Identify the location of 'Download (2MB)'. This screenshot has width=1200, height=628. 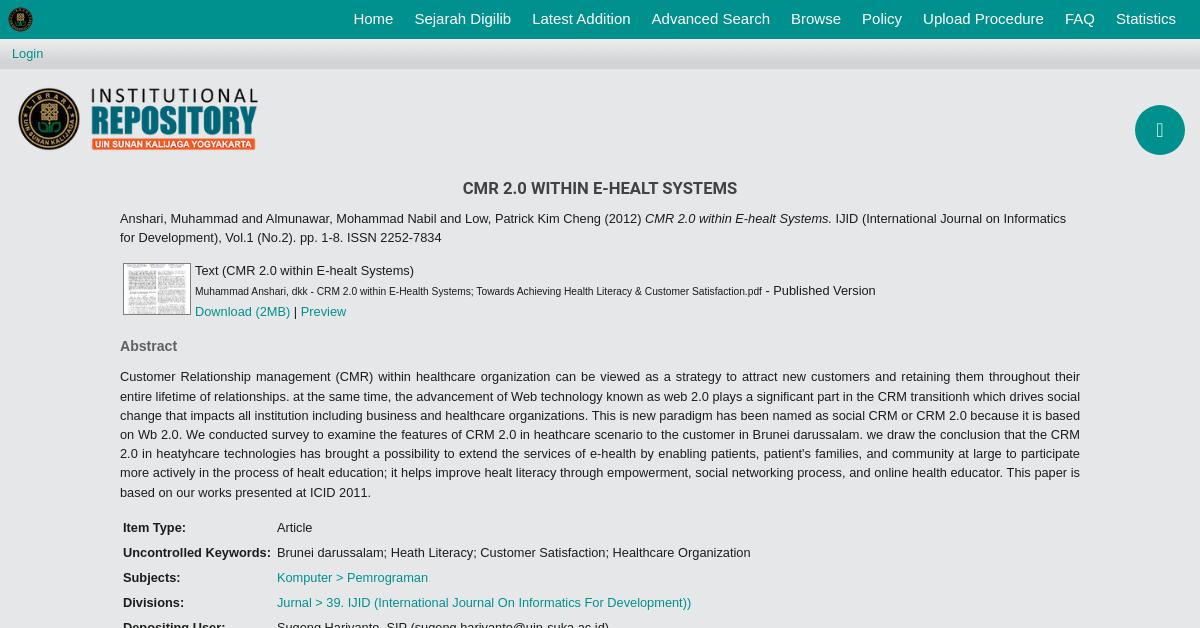
(241, 310).